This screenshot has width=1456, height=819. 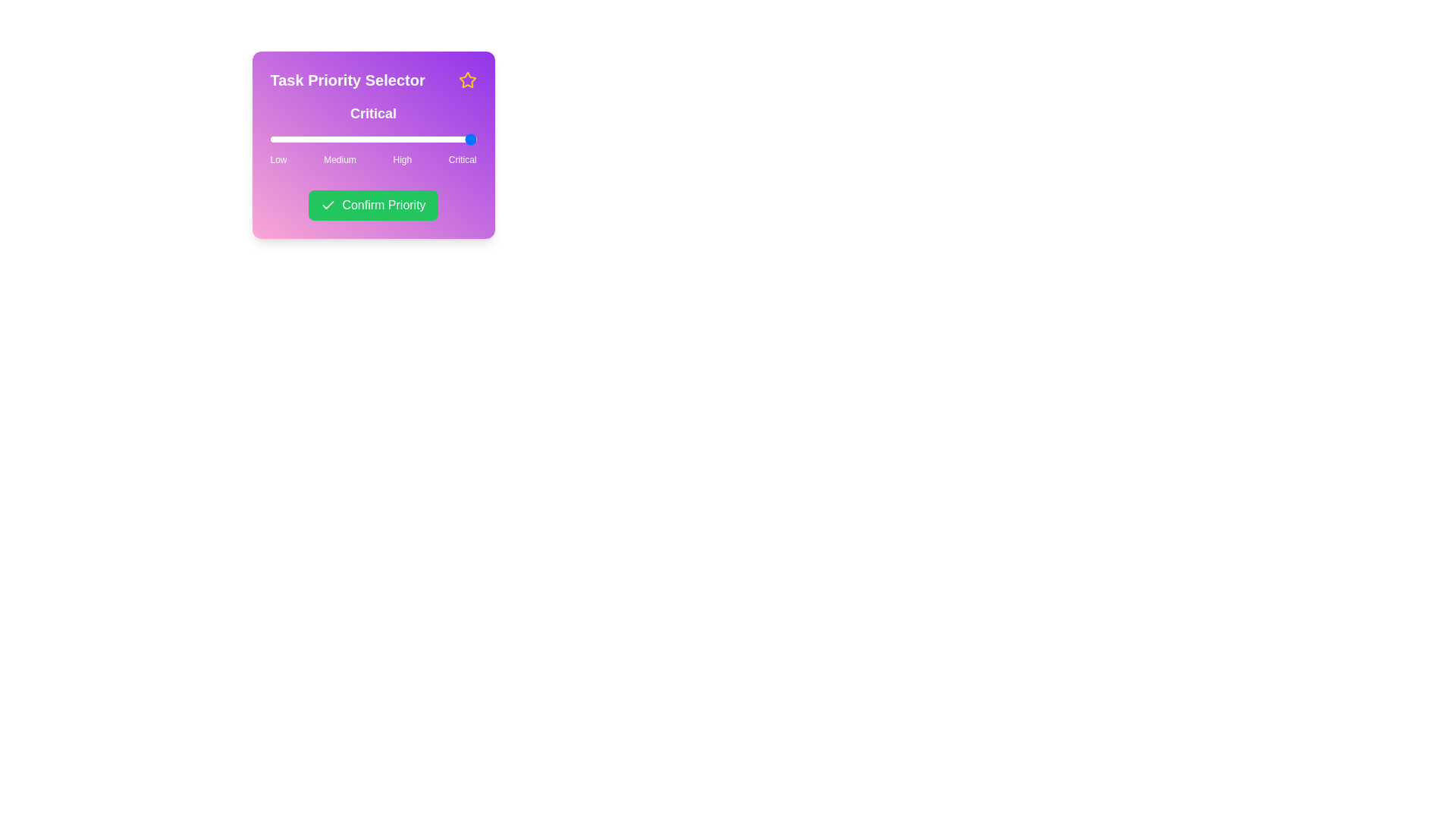 What do you see at coordinates (270, 140) in the screenshot?
I see `the priority level on the slider` at bounding box center [270, 140].